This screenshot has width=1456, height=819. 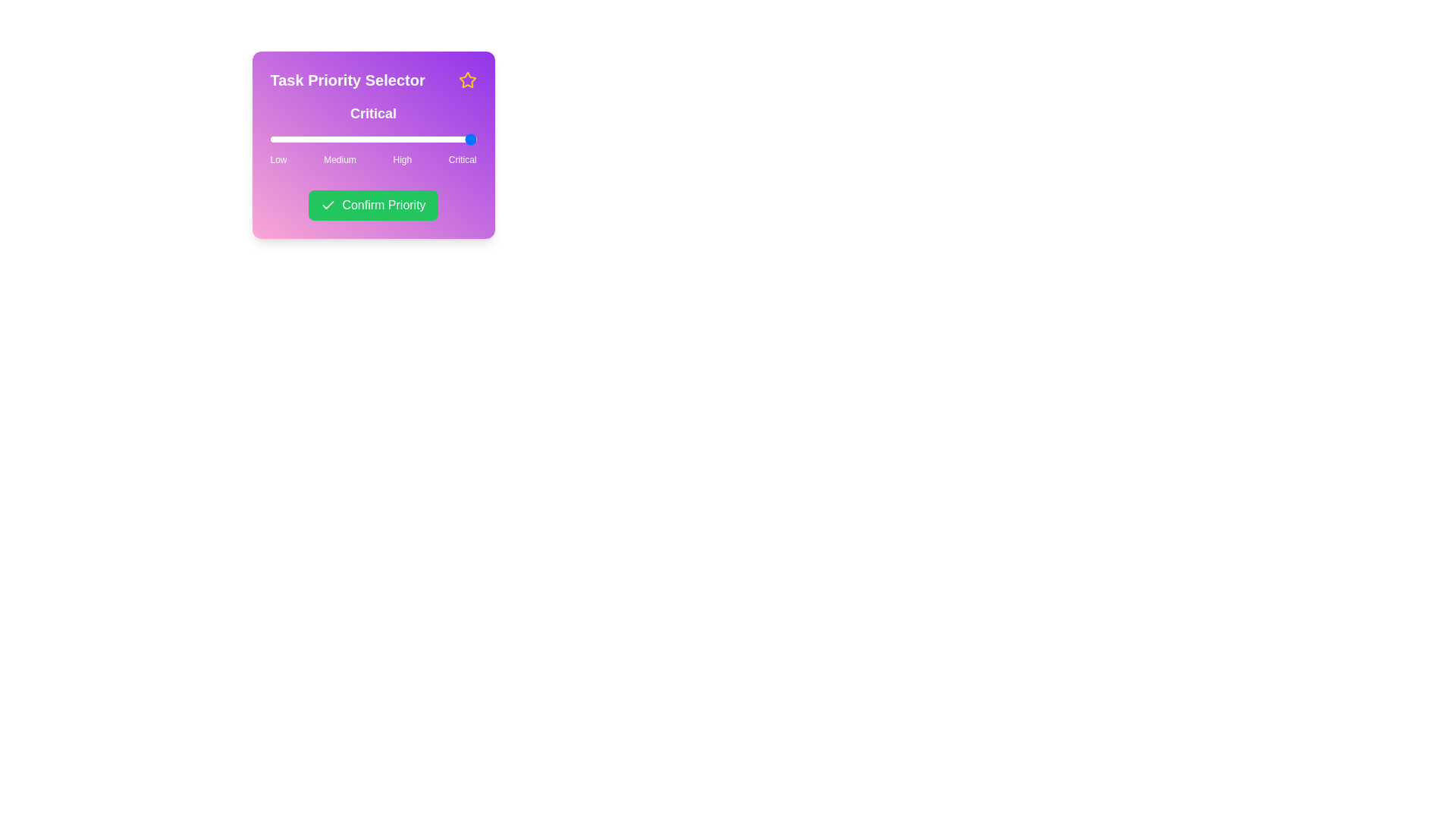 What do you see at coordinates (270, 140) in the screenshot?
I see `the priority level on the slider` at bounding box center [270, 140].